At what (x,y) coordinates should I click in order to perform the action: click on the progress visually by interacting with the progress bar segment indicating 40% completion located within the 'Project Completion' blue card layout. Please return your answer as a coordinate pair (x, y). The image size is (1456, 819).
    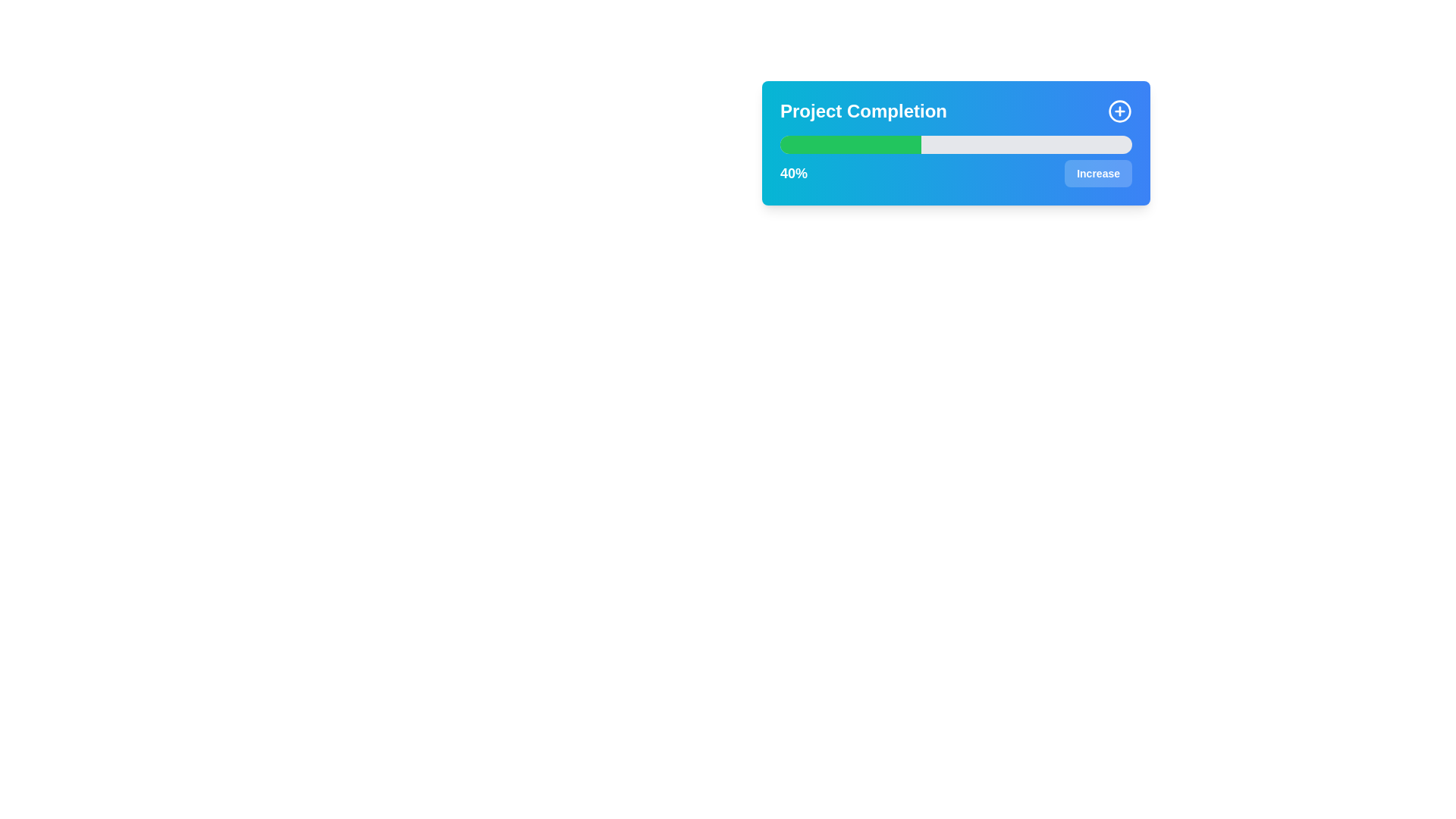
    Looking at the image, I should click on (850, 145).